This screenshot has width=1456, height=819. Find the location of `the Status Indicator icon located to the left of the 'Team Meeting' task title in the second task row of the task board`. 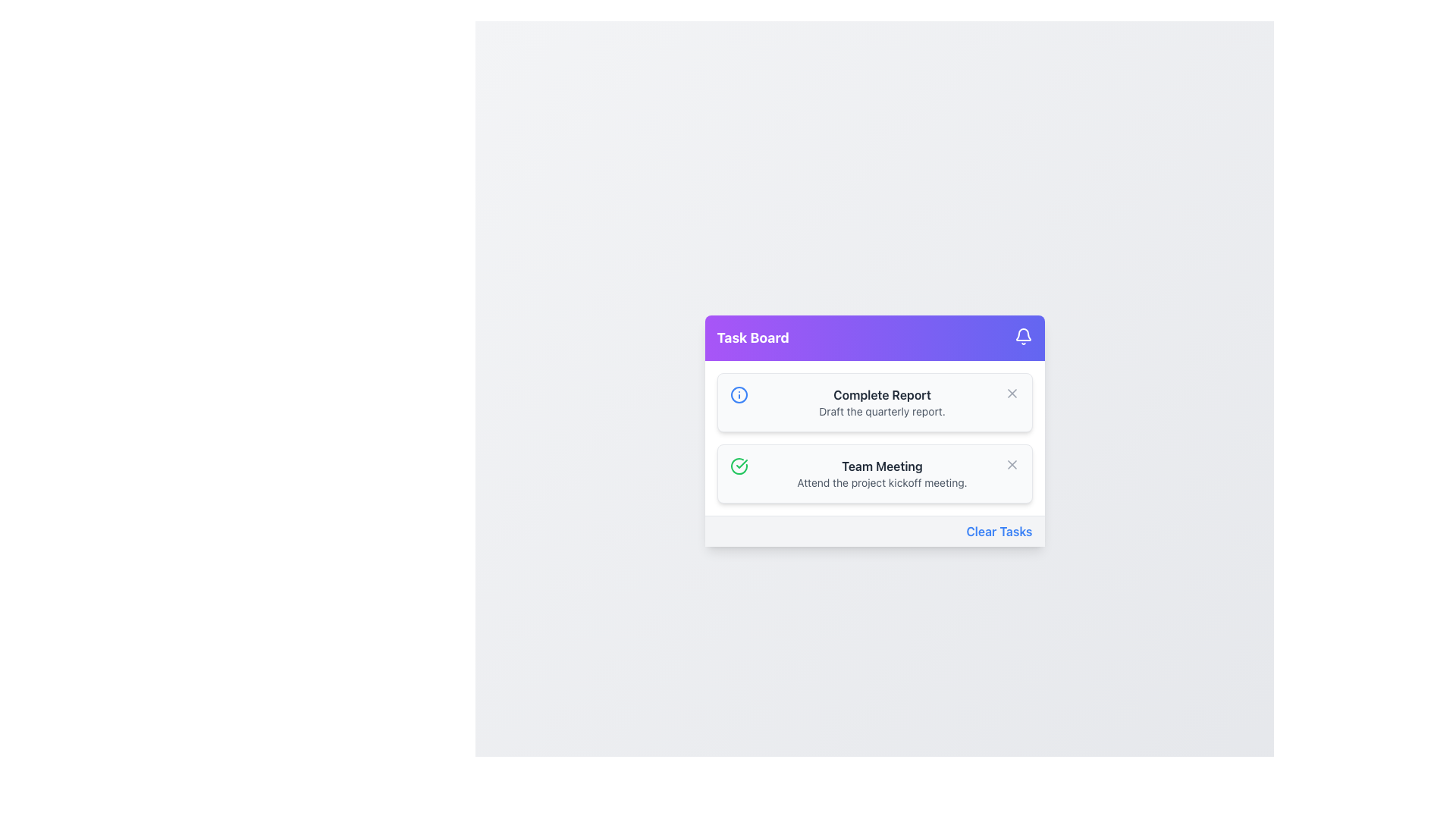

the Status Indicator icon located to the left of the 'Team Meeting' task title in the second task row of the task board is located at coordinates (739, 465).